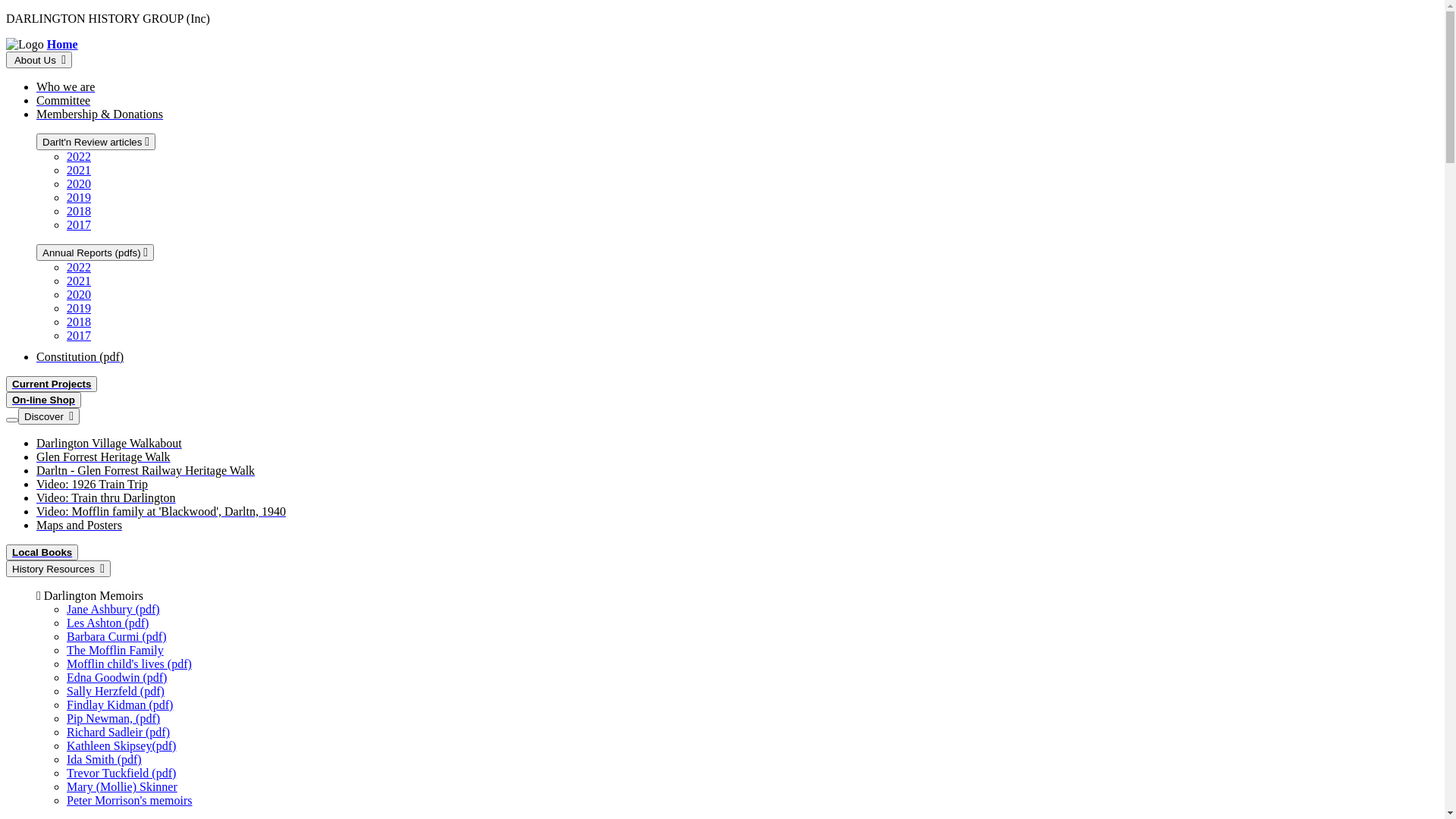 This screenshot has width=1456, height=819. I want to click on ' About Us  ', so click(39, 58).